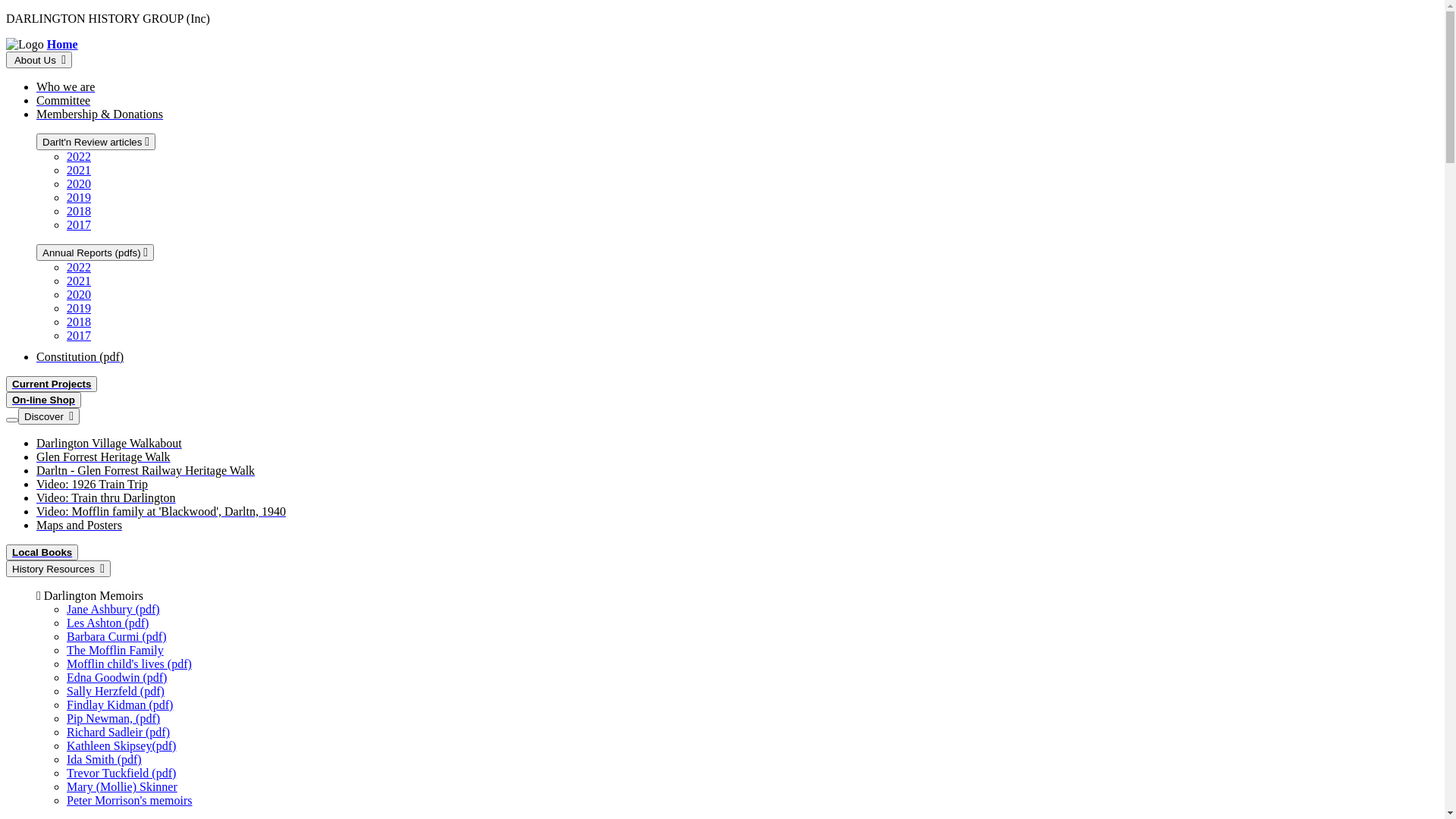 This screenshot has width=1456, height=819. I want to click on ' About Us  ', so click(39, 58).